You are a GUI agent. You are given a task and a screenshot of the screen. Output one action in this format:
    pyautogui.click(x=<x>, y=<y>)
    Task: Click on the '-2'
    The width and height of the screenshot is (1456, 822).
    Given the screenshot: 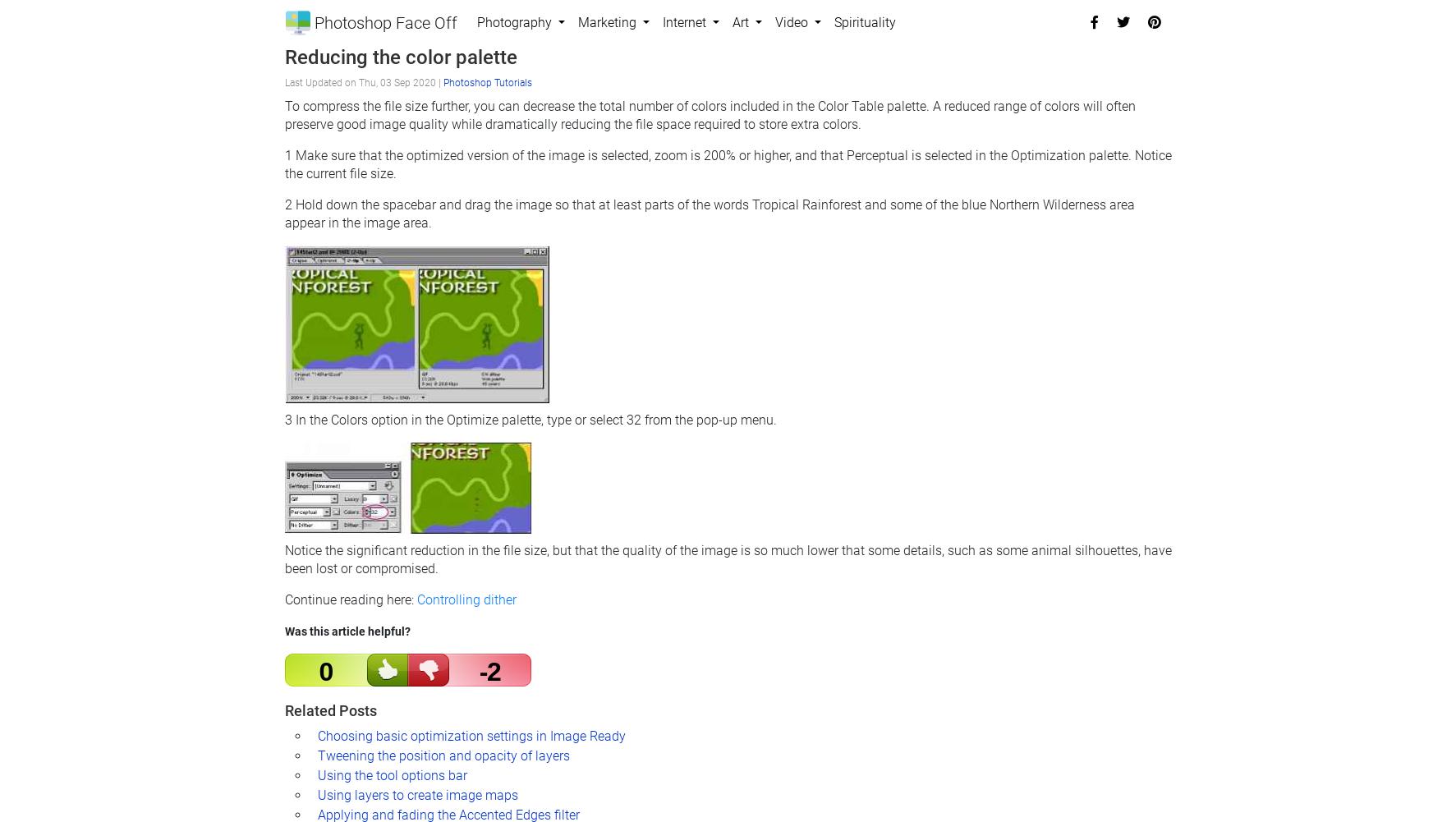 What is the action you would take?
    pyautogui.click(x=489, y=670)
    